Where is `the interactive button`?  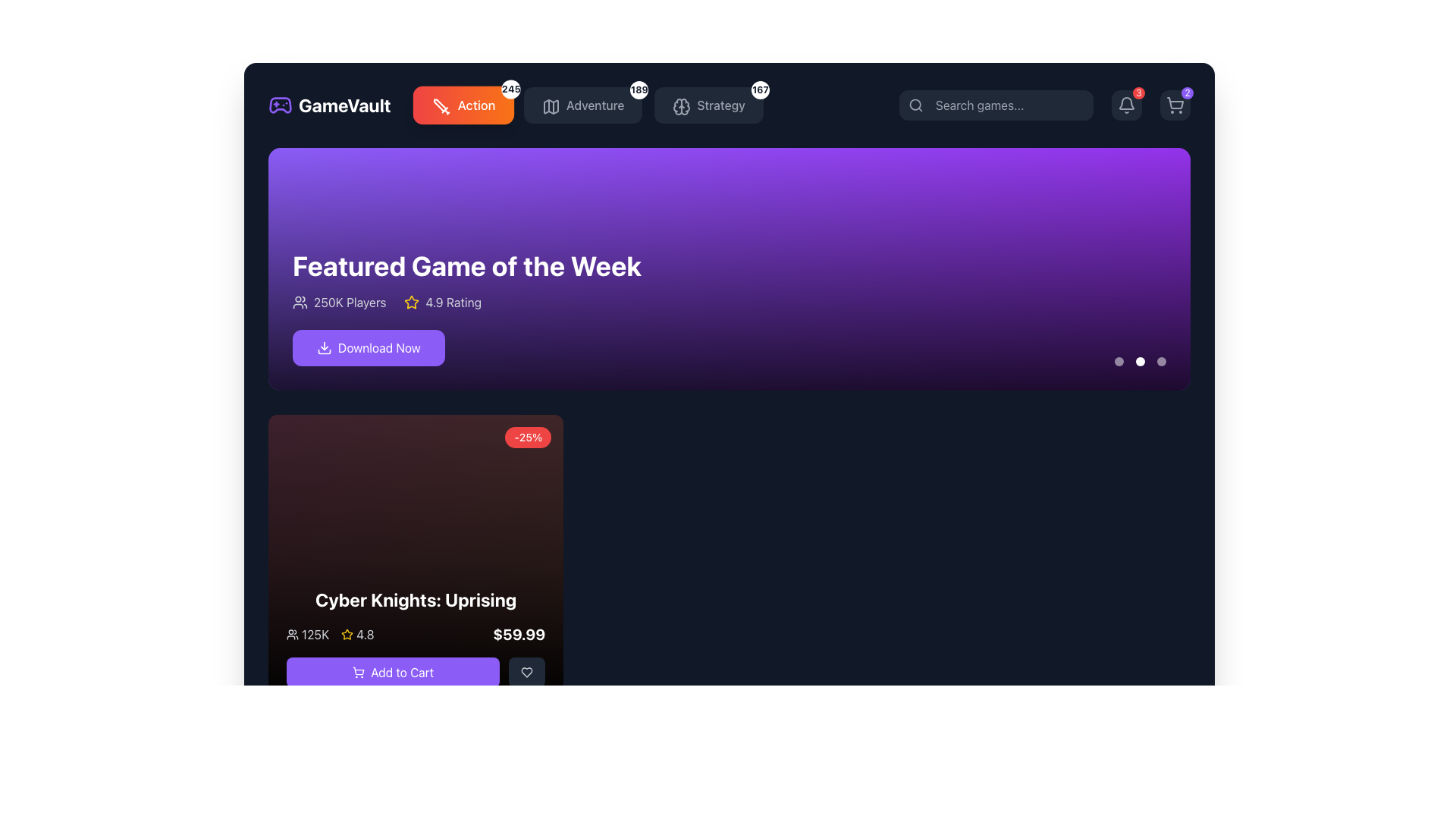
the interactive button is located at coordinates (416, 672).